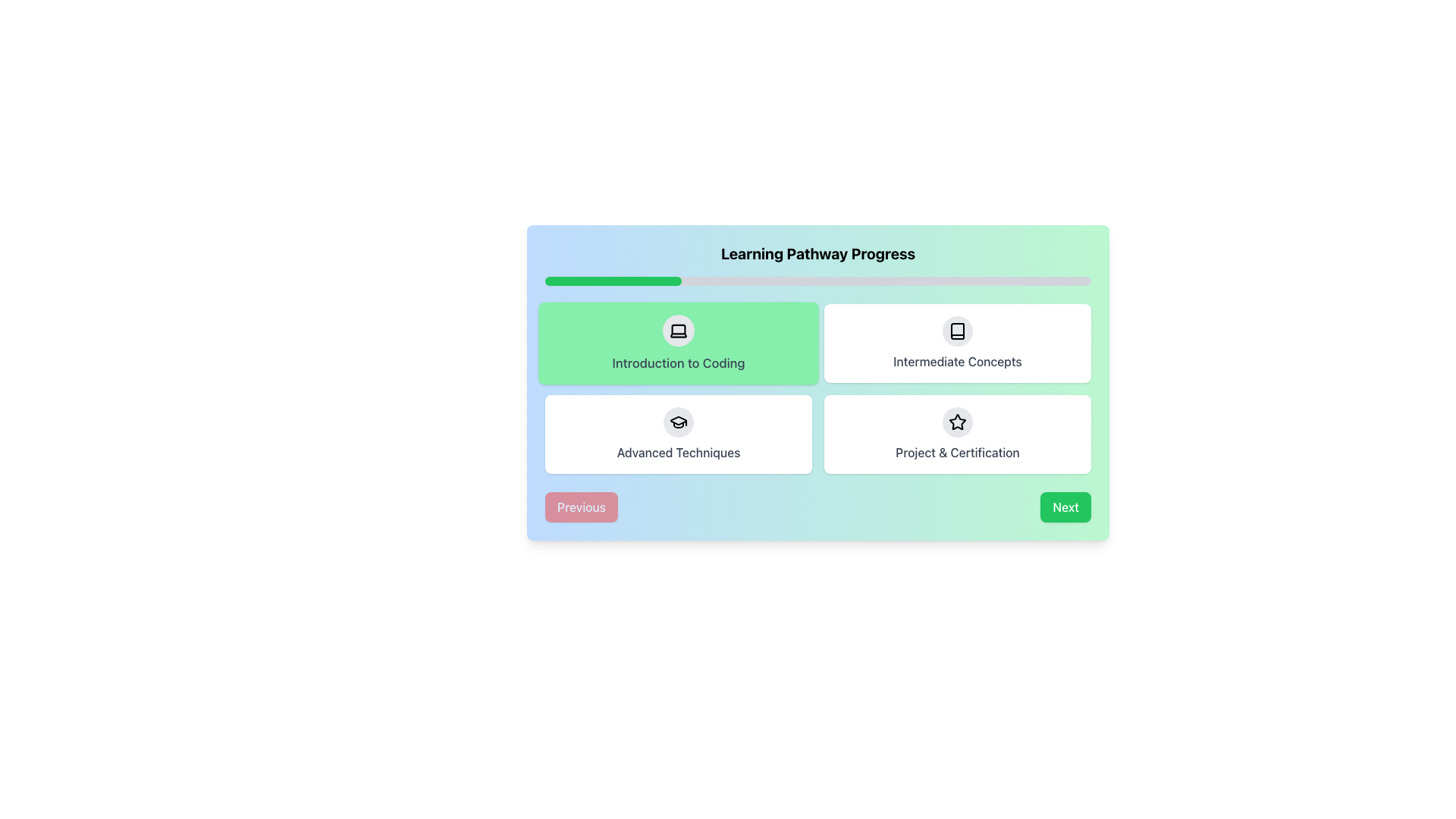 The image size is (1456, 819). Describe the element at coordinates (817, 382) in the screenshot. I see `the Interactive Card that represents the first step in the learning pathway` at that location.